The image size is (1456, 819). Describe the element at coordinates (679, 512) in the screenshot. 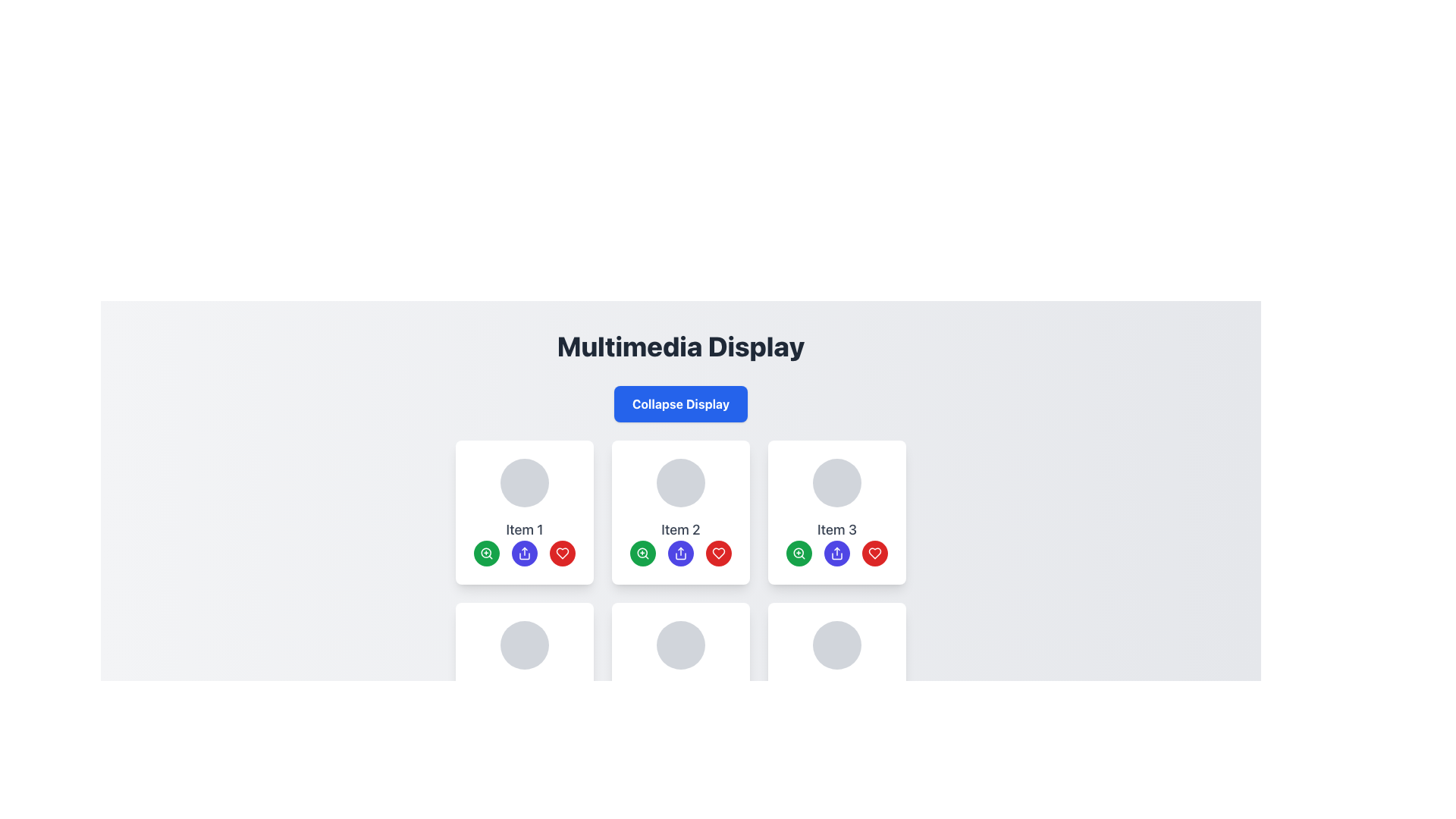

I see `the 'Item 2' text located in the card-like component with a white background and rounded edges, positioned centrally in the top row of a three-column grid layout` at that location.